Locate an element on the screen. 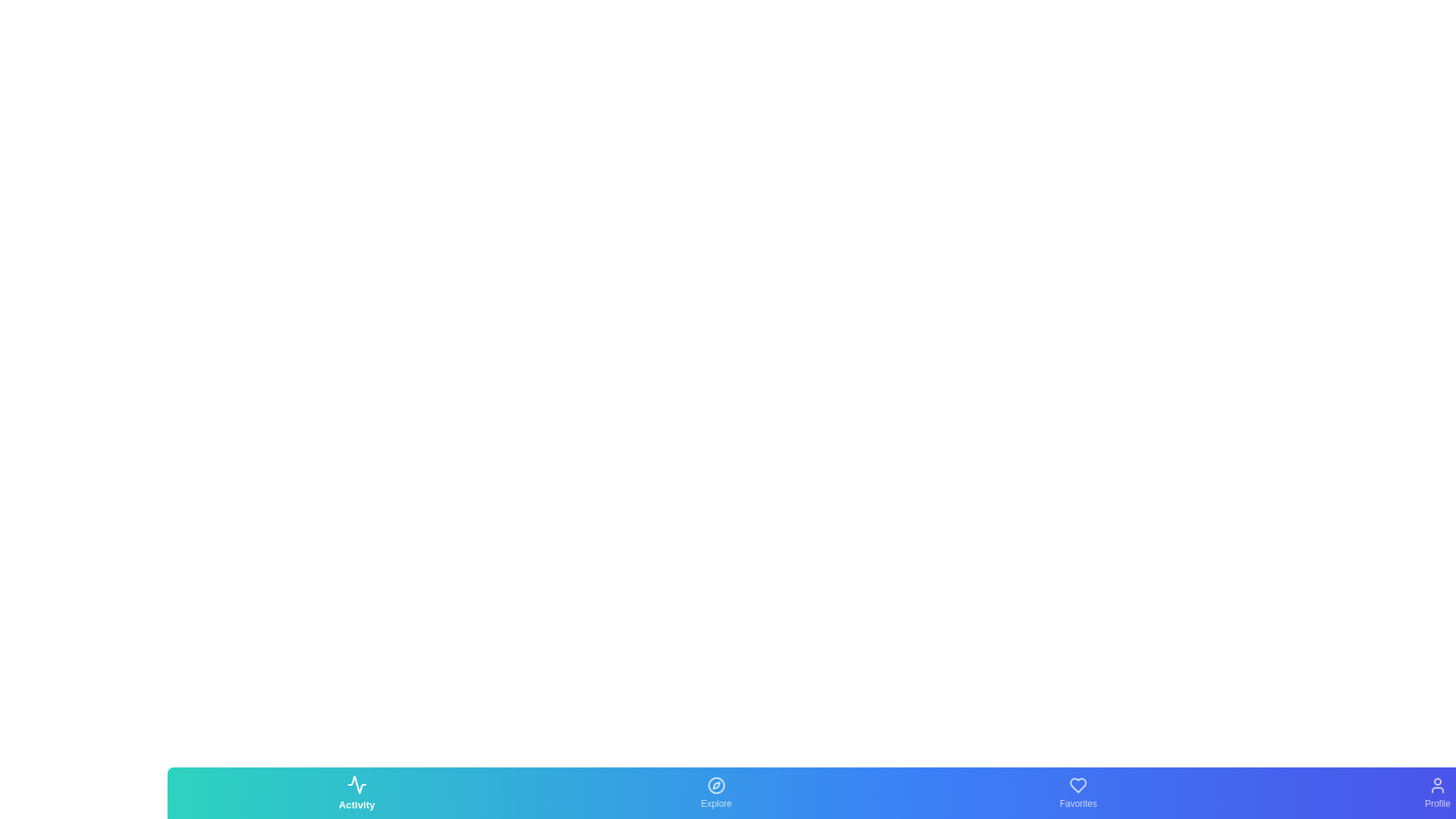 The image size is (1456, 819). the Favorites tab icon is located at coordinates (1077, 792).